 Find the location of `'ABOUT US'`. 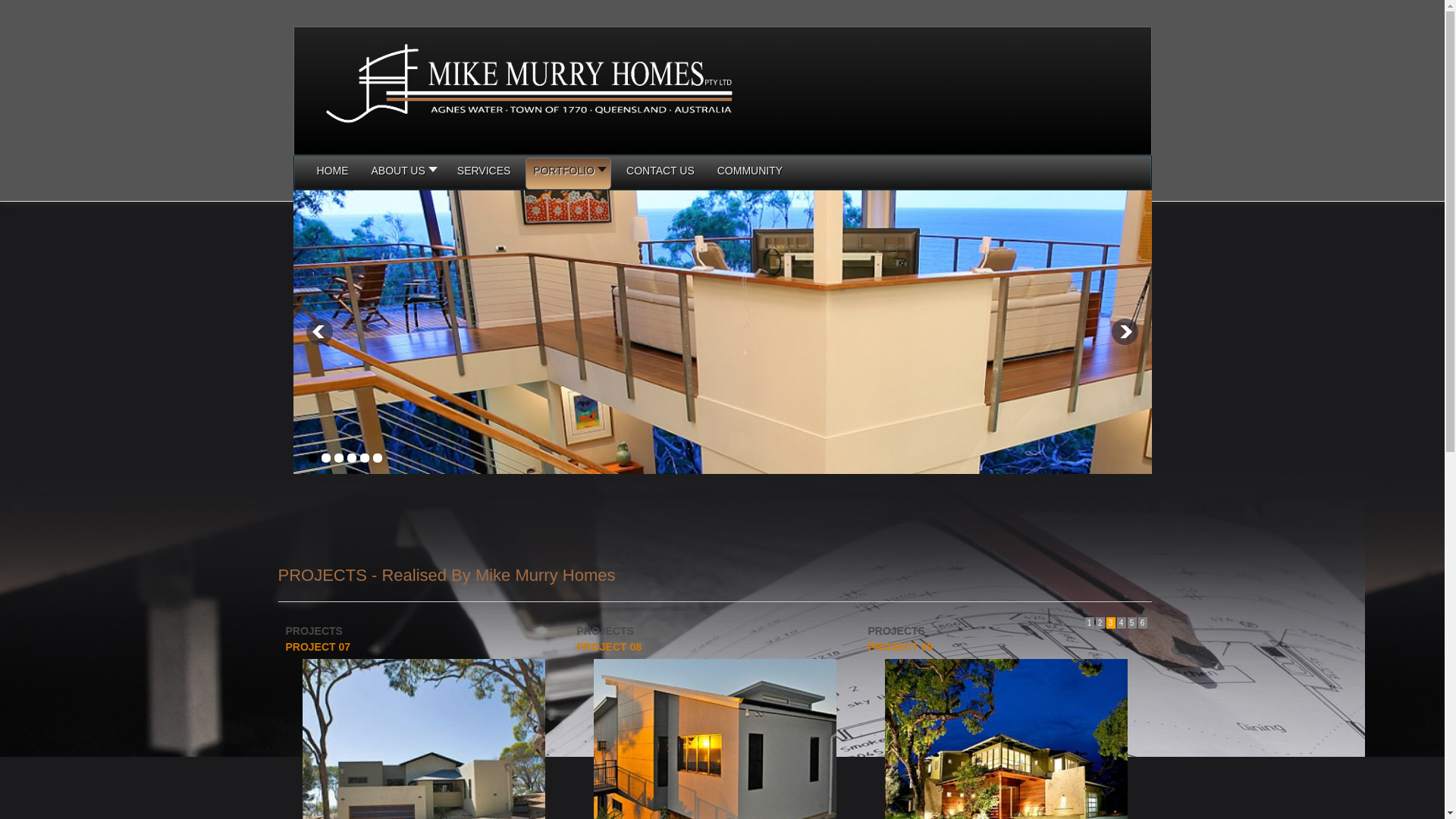

'ABOUT US' is located at coordinates (403, 174).